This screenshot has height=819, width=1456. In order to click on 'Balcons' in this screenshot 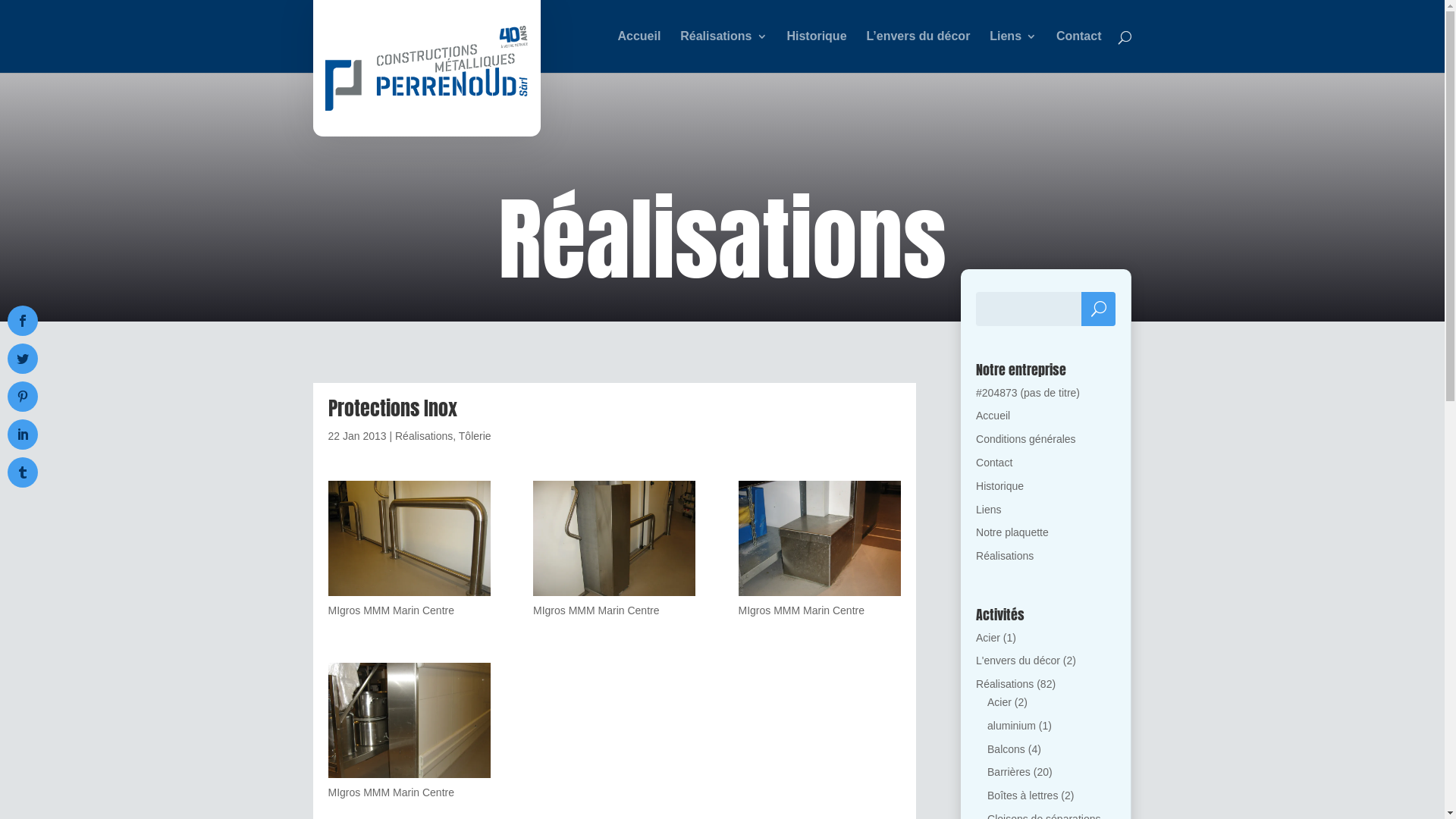, I will do `click(1006, 748)`.